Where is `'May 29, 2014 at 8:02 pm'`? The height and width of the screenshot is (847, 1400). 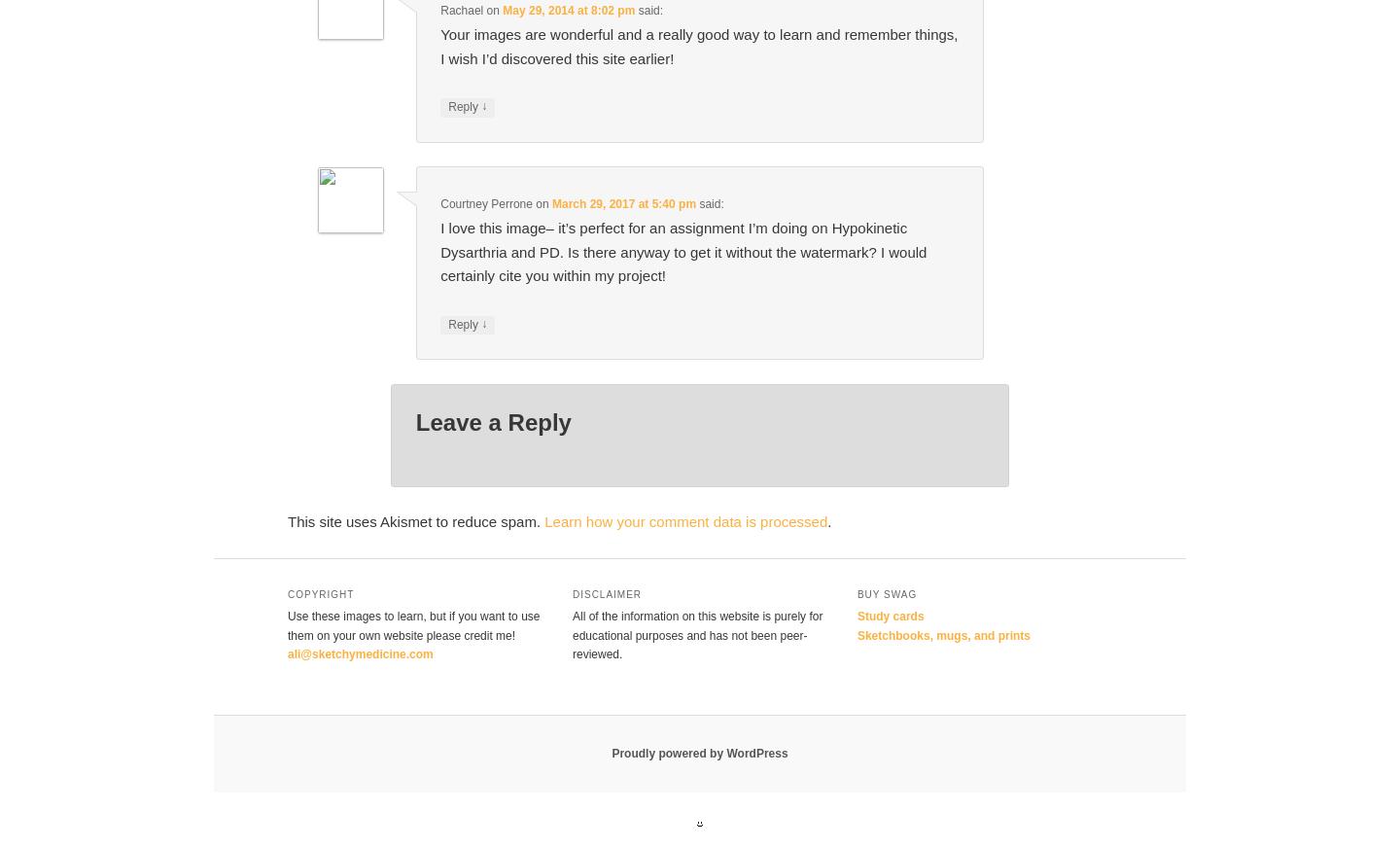 'May 29, 2014 at 8:02 pm' is located at coordinates (501, 9).